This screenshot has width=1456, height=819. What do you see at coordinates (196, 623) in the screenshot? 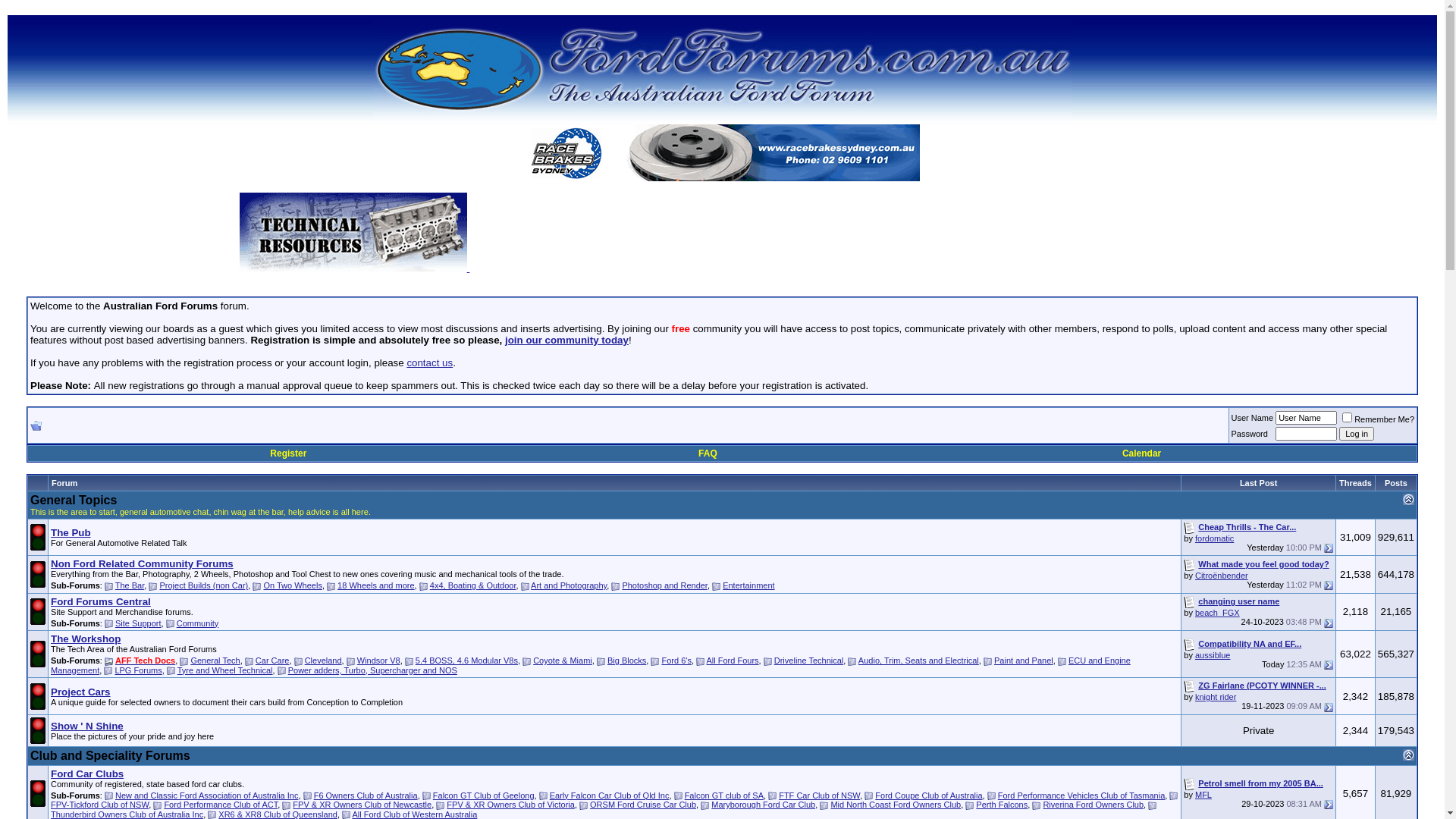
I see `'Community'` at bounding box center [196, 623].